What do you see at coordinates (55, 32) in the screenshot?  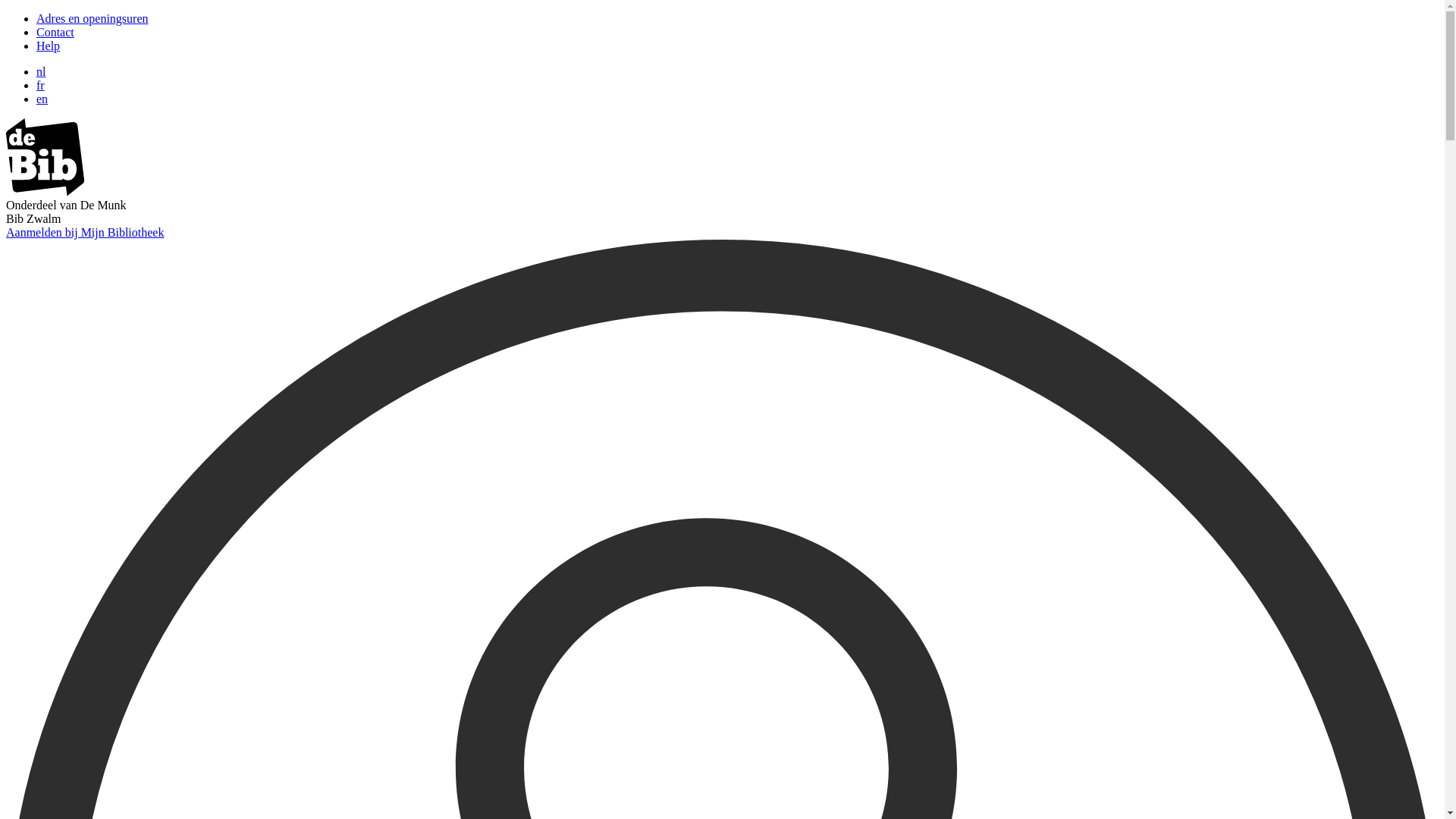 I see `'Contact'` at bounding box center [55, 32].